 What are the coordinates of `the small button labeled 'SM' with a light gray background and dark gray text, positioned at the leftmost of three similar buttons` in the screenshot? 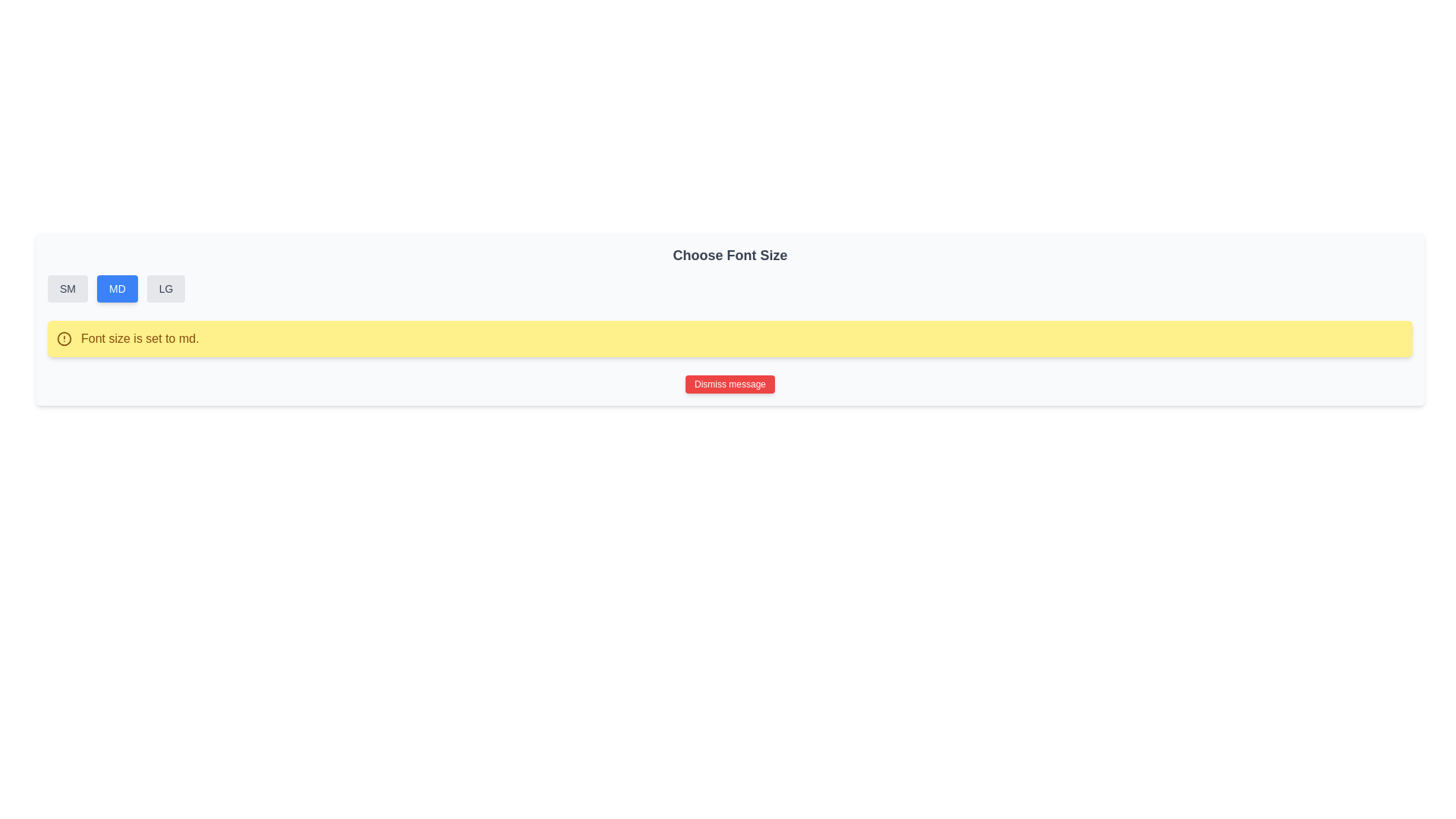 It's located at (67, 289).